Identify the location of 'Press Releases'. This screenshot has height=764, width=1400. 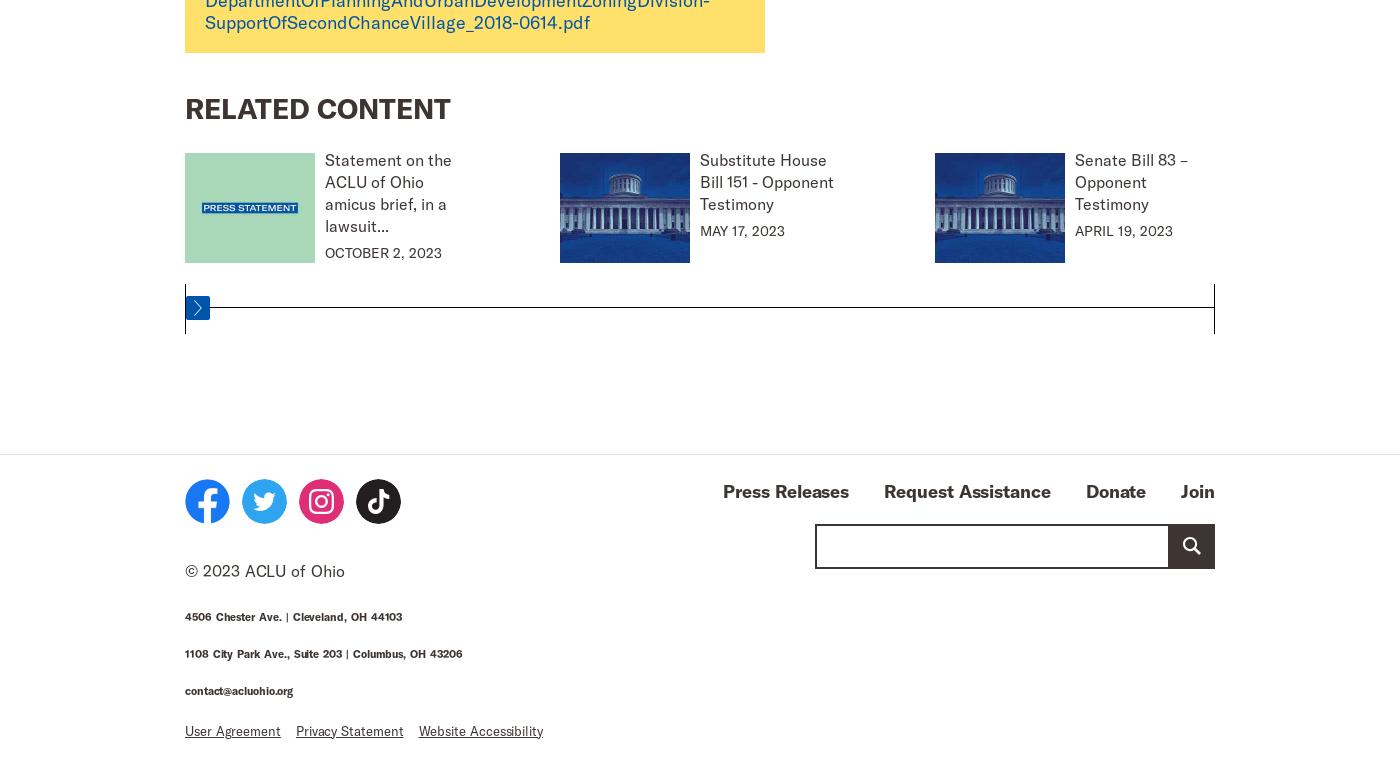
(785, 489).